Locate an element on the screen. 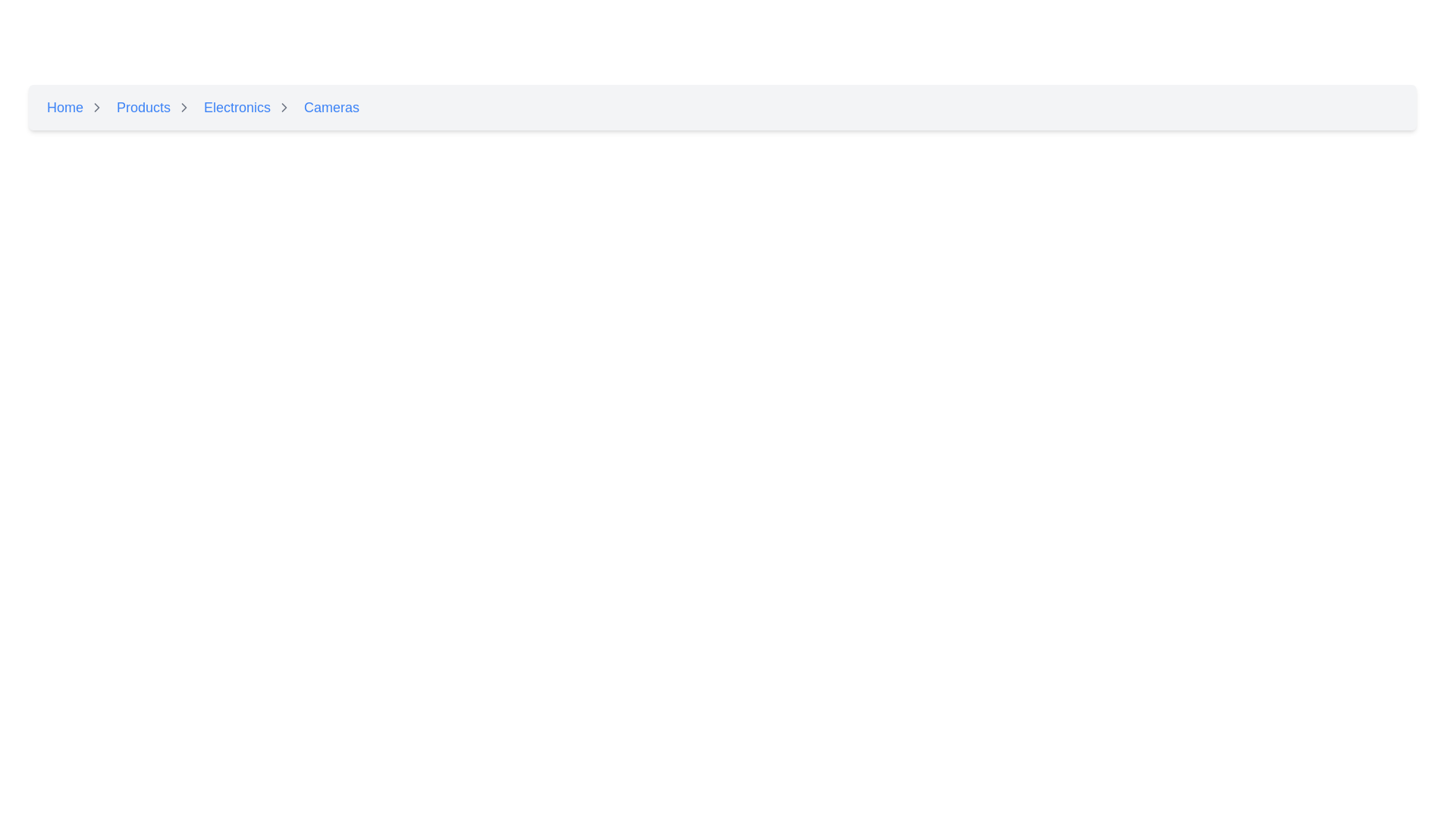  the 'Electronics' navigation link in the breadcrumb trail is located at coordinates (251, 107).